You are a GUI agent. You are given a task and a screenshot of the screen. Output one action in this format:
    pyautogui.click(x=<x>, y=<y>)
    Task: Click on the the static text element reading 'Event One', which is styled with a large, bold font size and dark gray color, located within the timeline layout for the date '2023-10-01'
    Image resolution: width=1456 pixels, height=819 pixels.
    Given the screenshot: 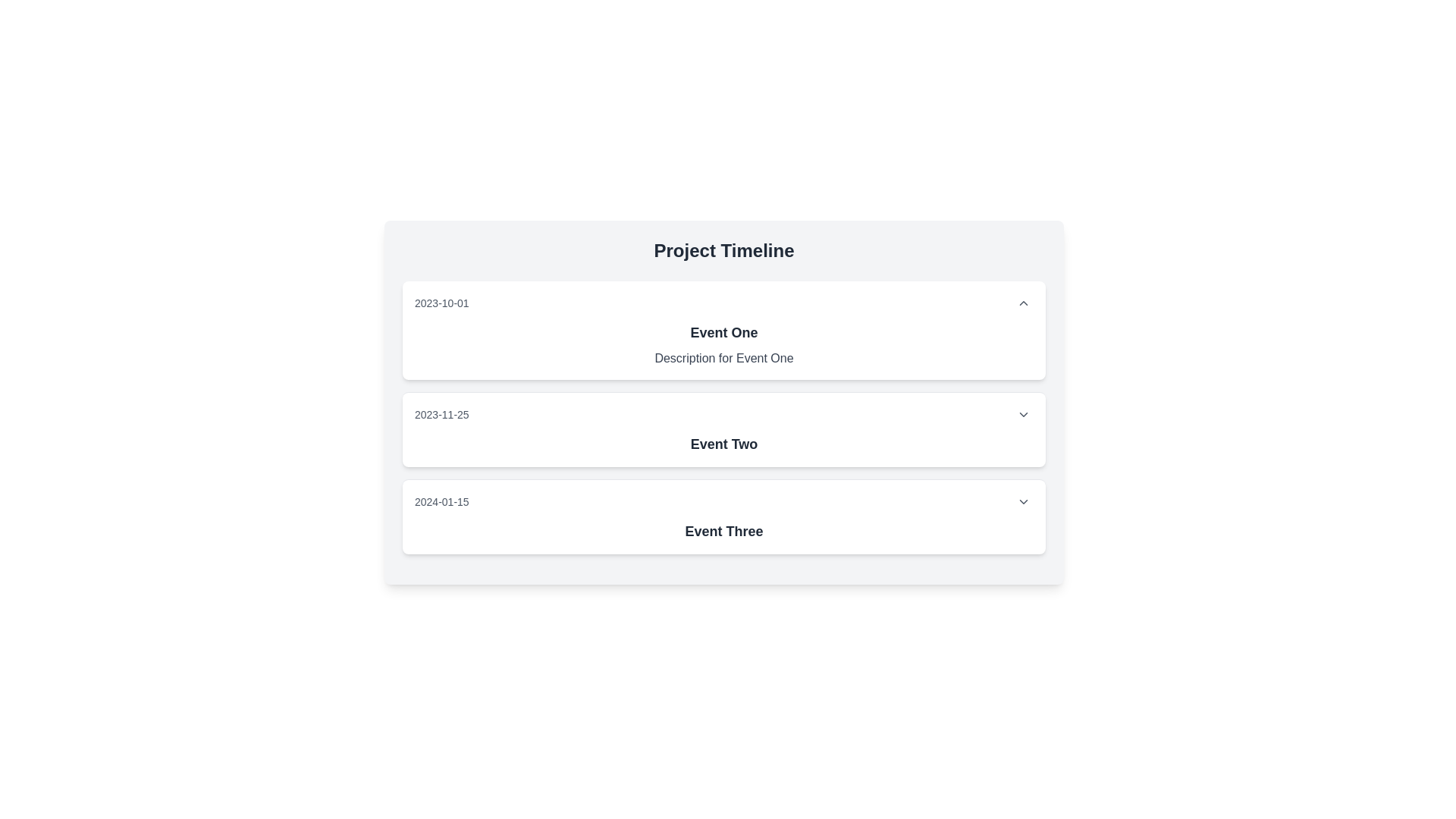 What is the action you would take?
    pyautogui.click(x=723, y=332)
    